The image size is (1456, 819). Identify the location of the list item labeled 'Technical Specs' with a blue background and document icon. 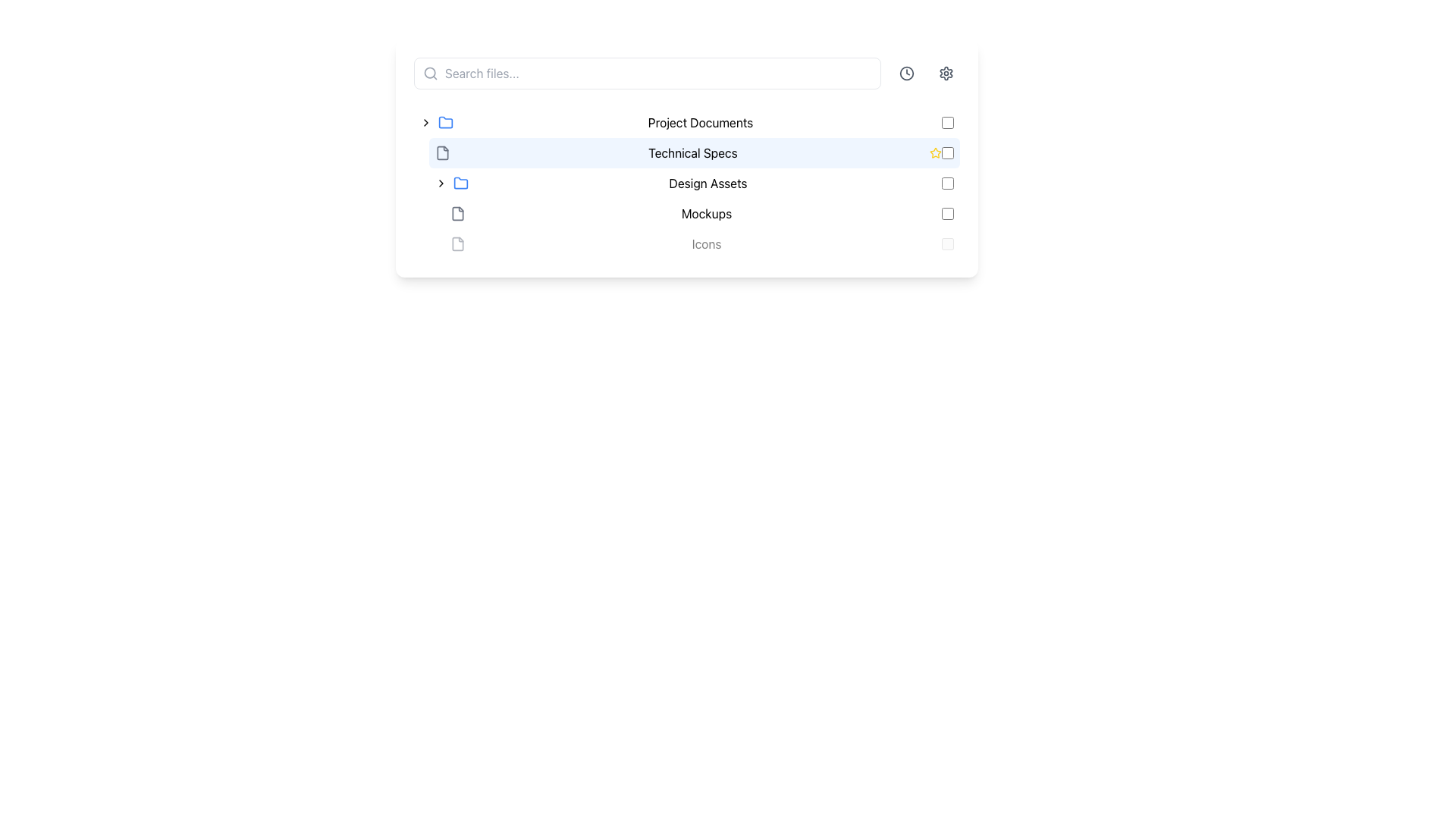
(686, 152).